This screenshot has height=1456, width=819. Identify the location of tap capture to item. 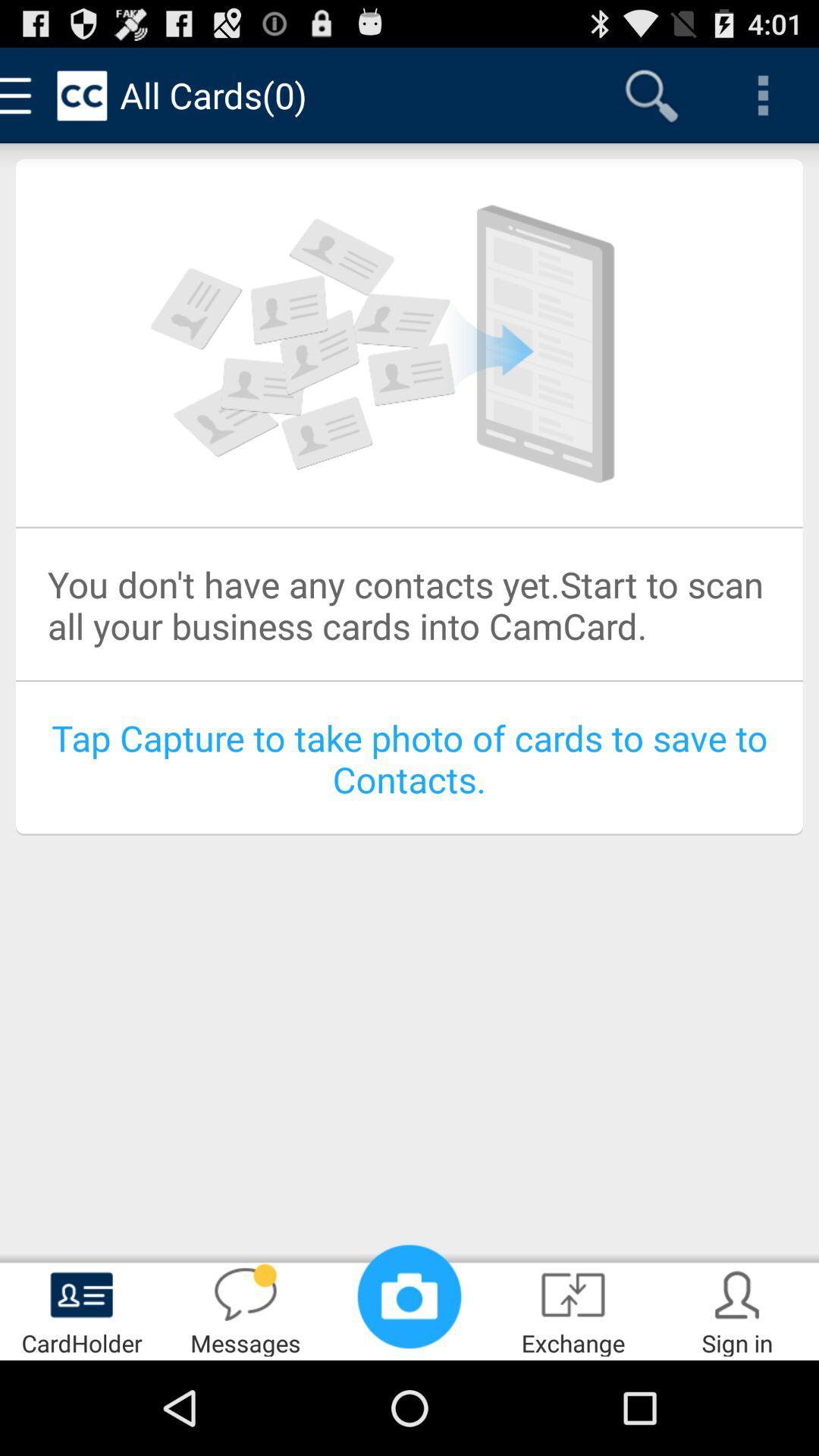
(409, 758).